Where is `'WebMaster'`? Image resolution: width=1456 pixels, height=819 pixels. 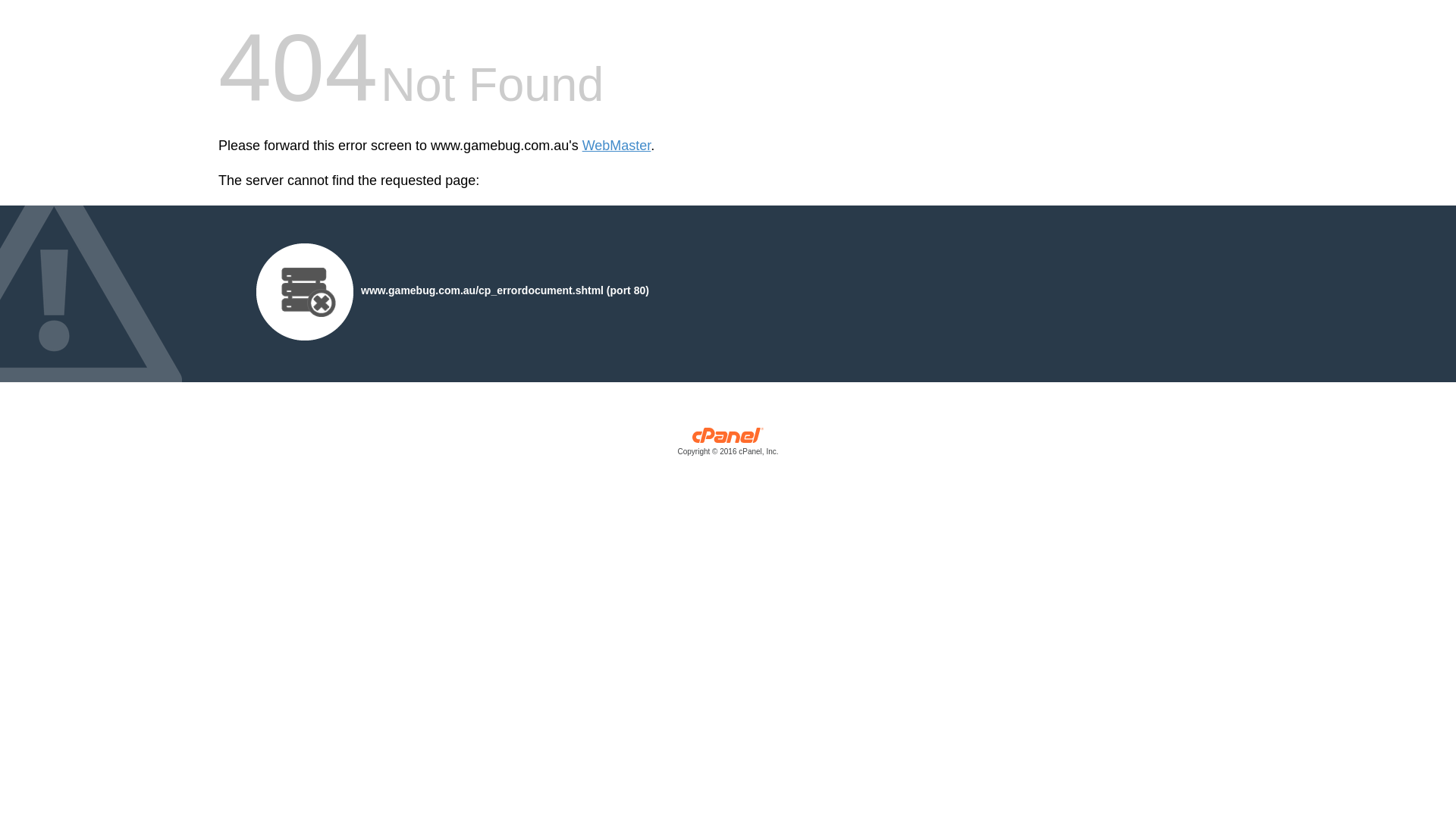
'WebMaster' is located at coordinates (617, 146).